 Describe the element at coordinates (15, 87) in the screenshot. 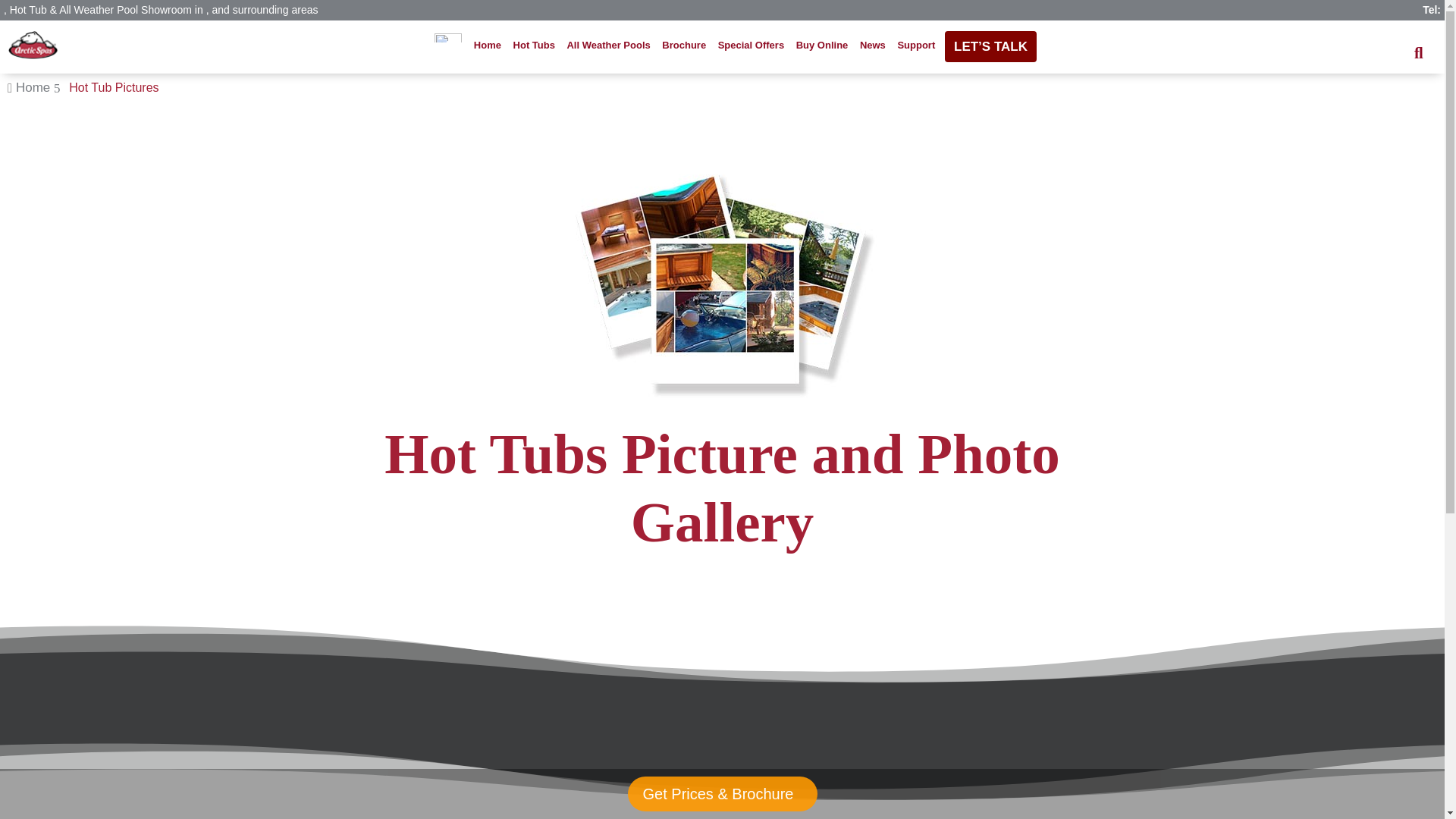

I see `'Home'` at that location.